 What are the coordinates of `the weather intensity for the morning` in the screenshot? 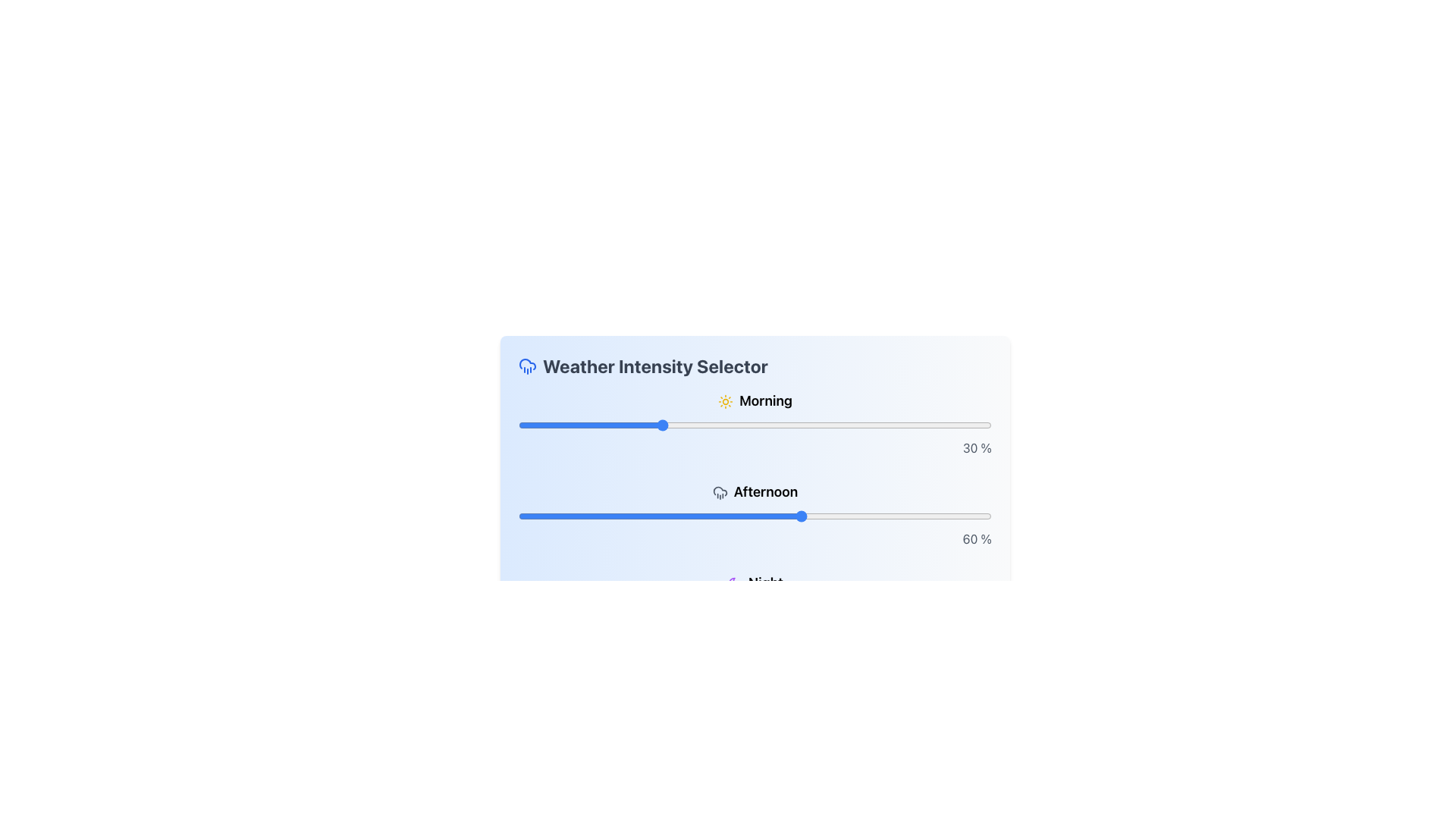 It's located at (745, 425).